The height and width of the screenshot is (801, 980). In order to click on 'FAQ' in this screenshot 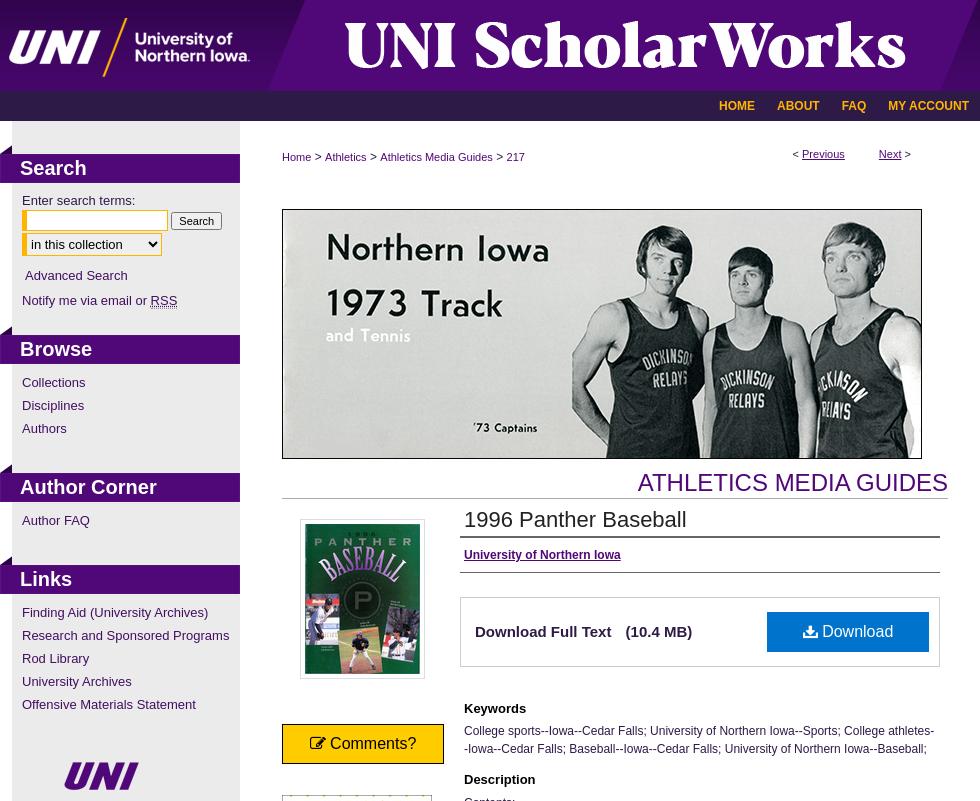, I will do `click(853, 105)`.